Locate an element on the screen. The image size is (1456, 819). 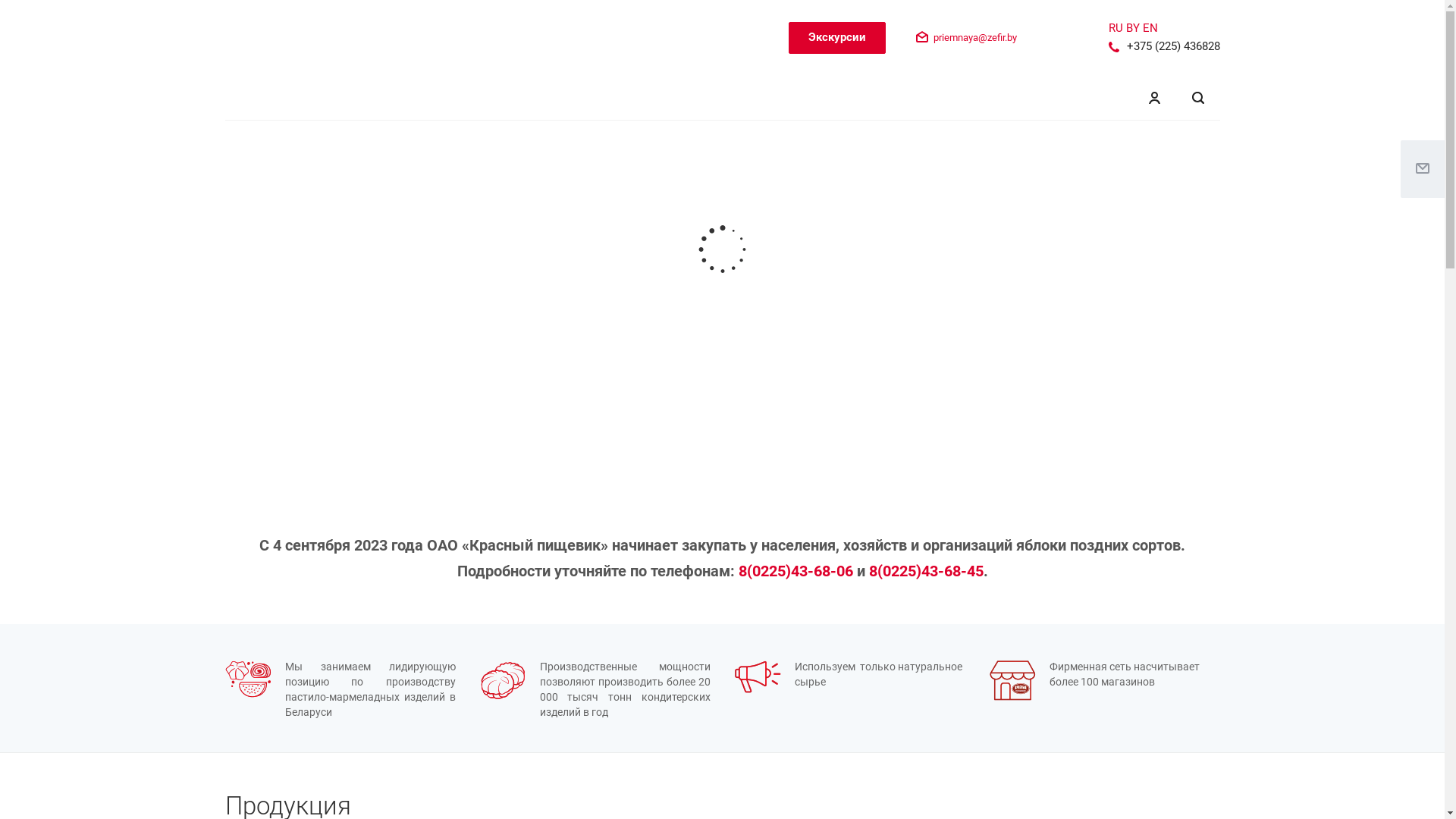
'8(0225)43-68-45' is located at coordinates (925, 570).